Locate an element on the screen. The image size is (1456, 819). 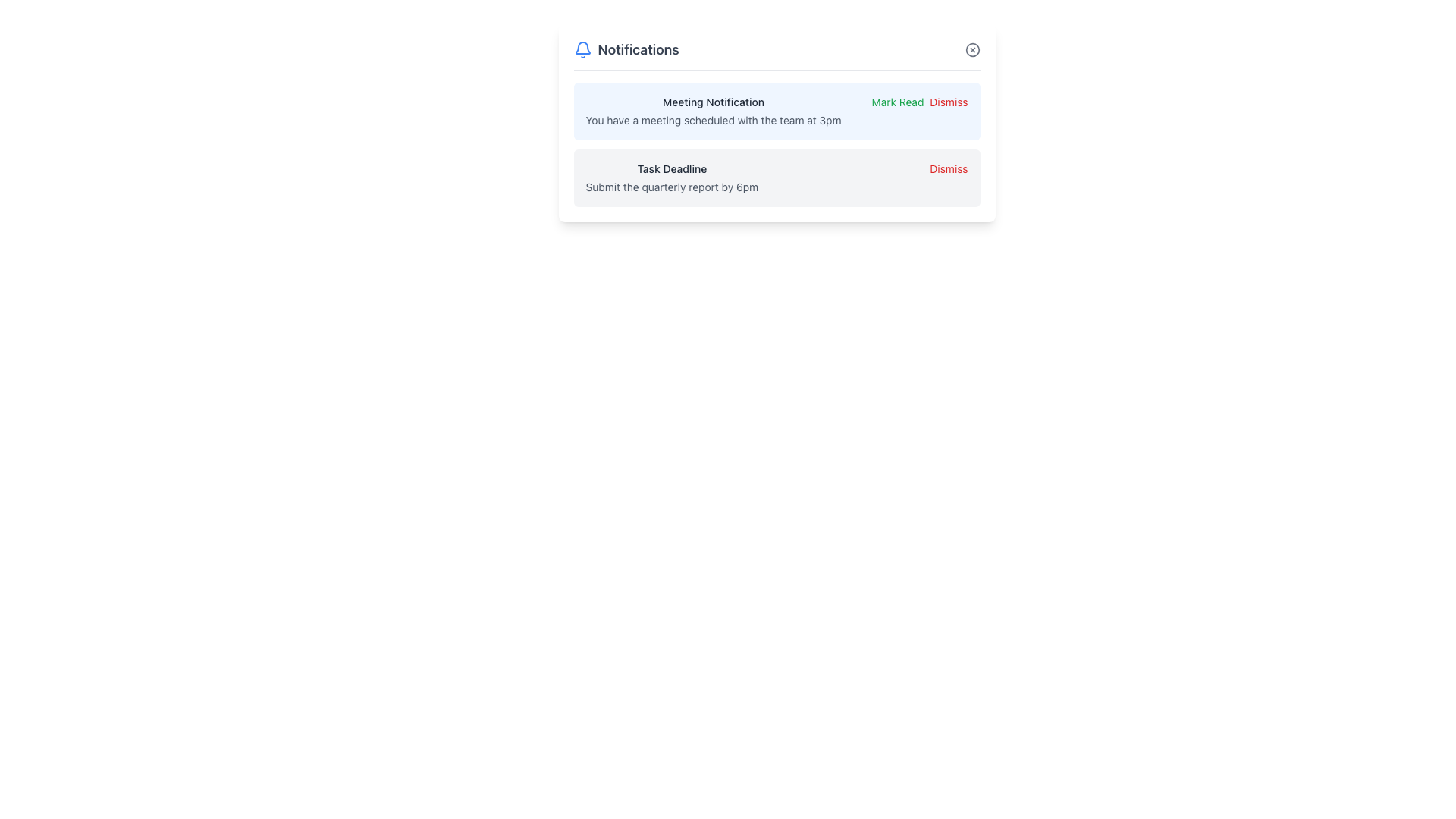
the first notification item with a light-blue background that contains a bold title and descriptive message, which has interactive links labeled 'Mark Read' and 'Dismiss' on the right is located at coordinates (777, 110).